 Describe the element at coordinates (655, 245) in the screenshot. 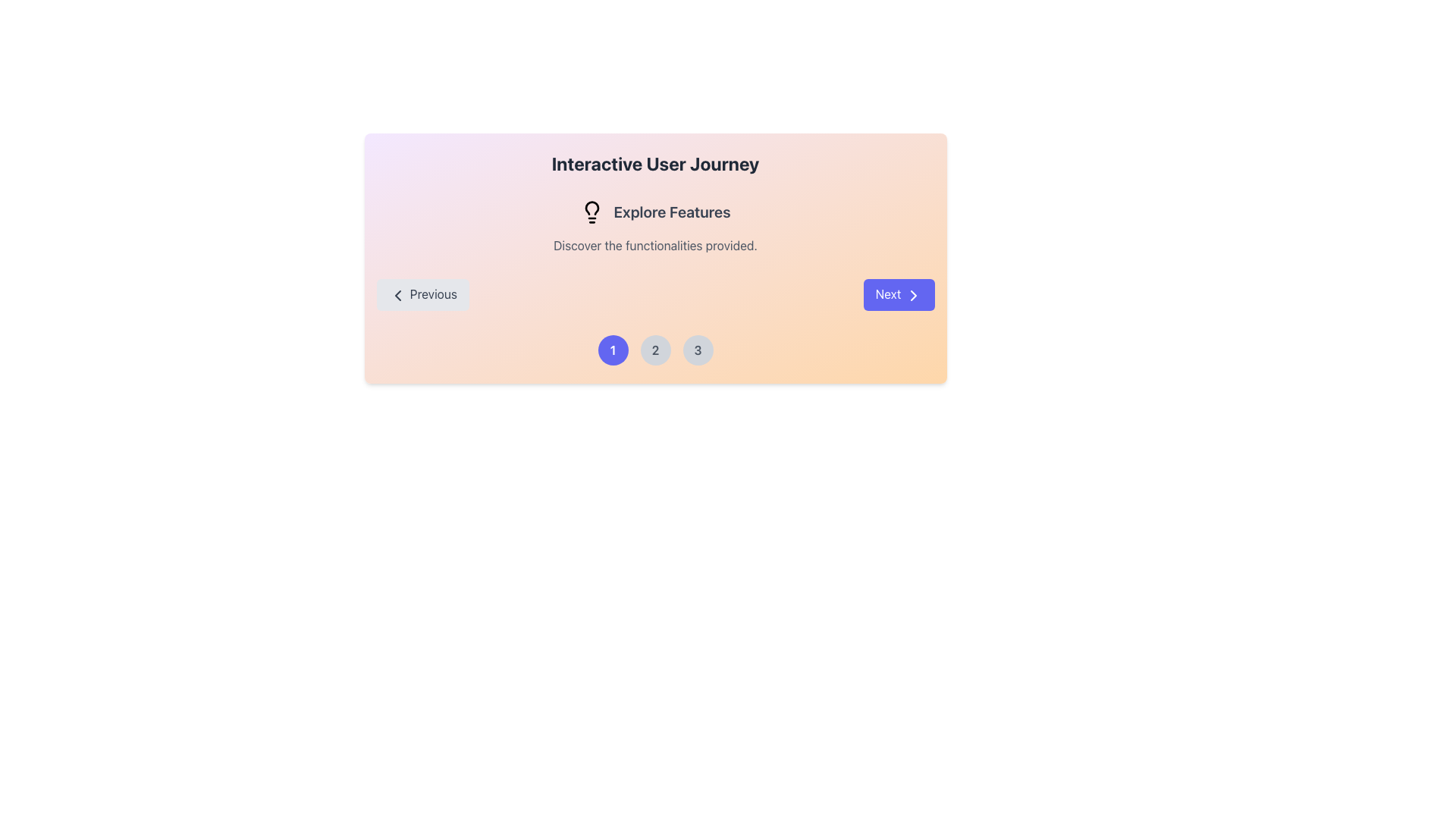

I see `the static text label that reads 'Discover the functionalities provided.' positioned below the header 'Explore Features' and the lightbulb icon` at that location.